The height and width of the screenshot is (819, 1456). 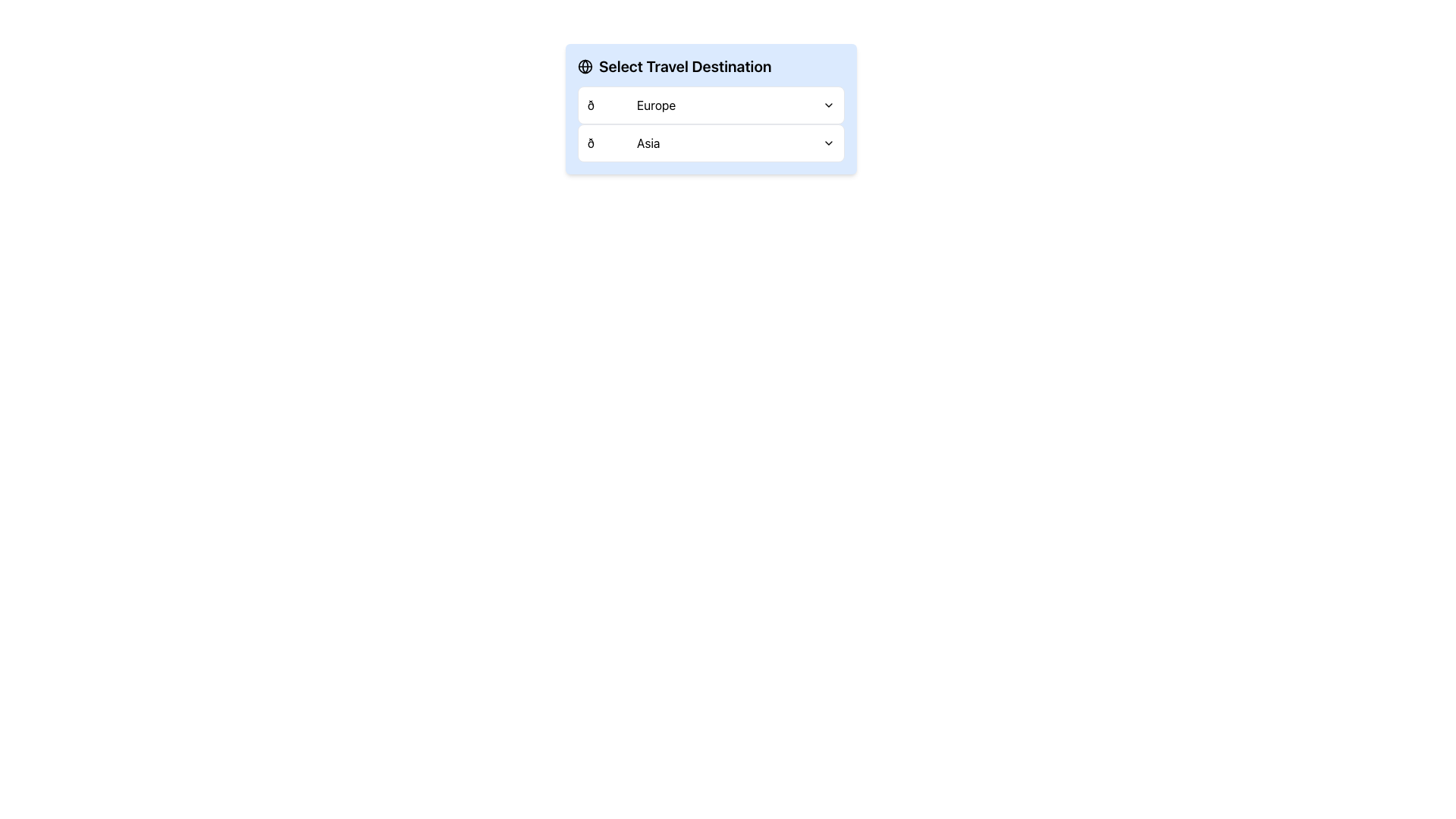 I want to click on the text label displaying 'Asia', which is part of a dropdown menu and positioned below the 'Europe' option, with a globe emoji to its left, so click(x=648, y=143).